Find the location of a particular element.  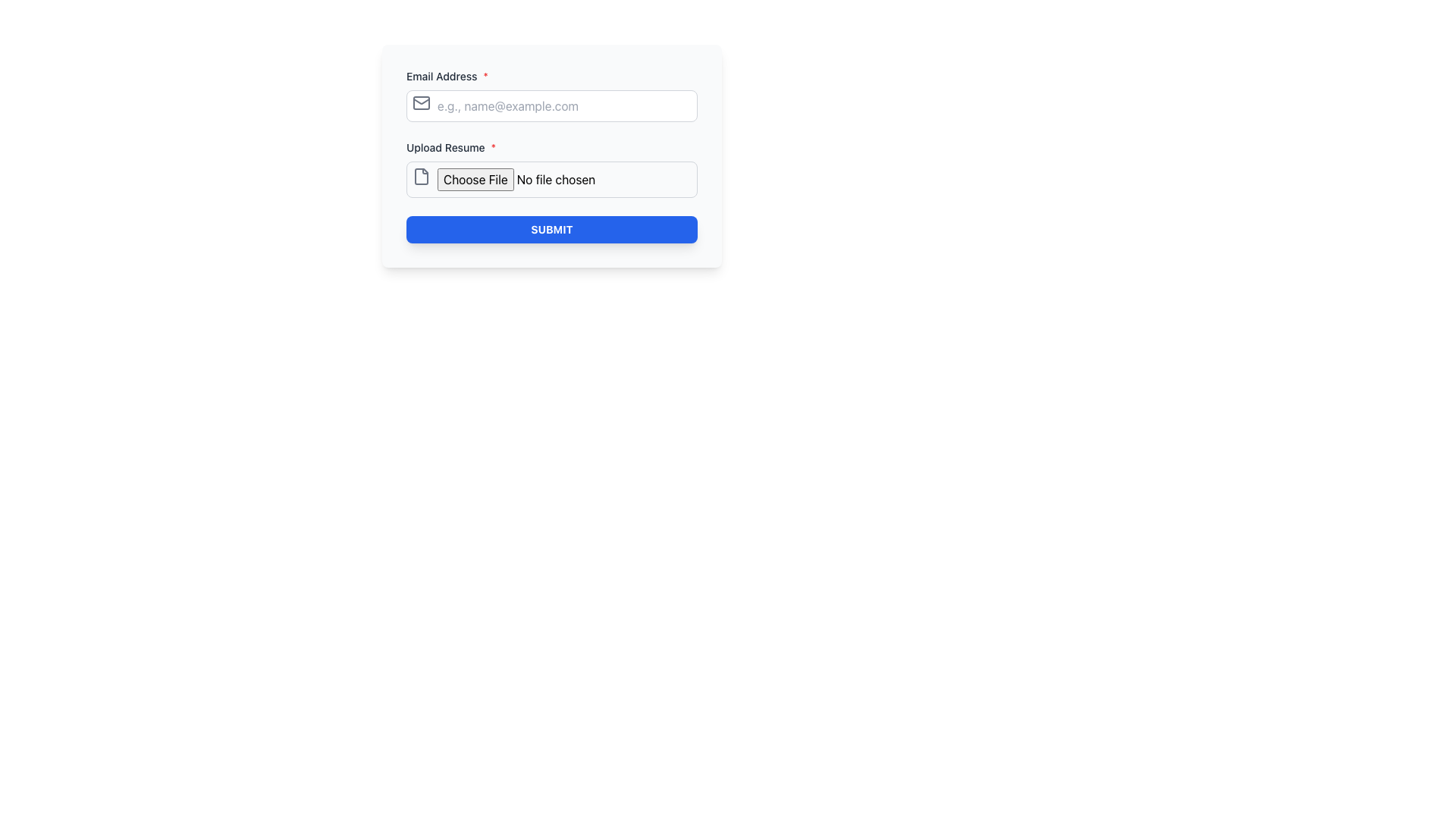

the file upload icon located to the left of the 'Choose File' button in the 'Upload Resume' field is located at coordinates (422, 175).